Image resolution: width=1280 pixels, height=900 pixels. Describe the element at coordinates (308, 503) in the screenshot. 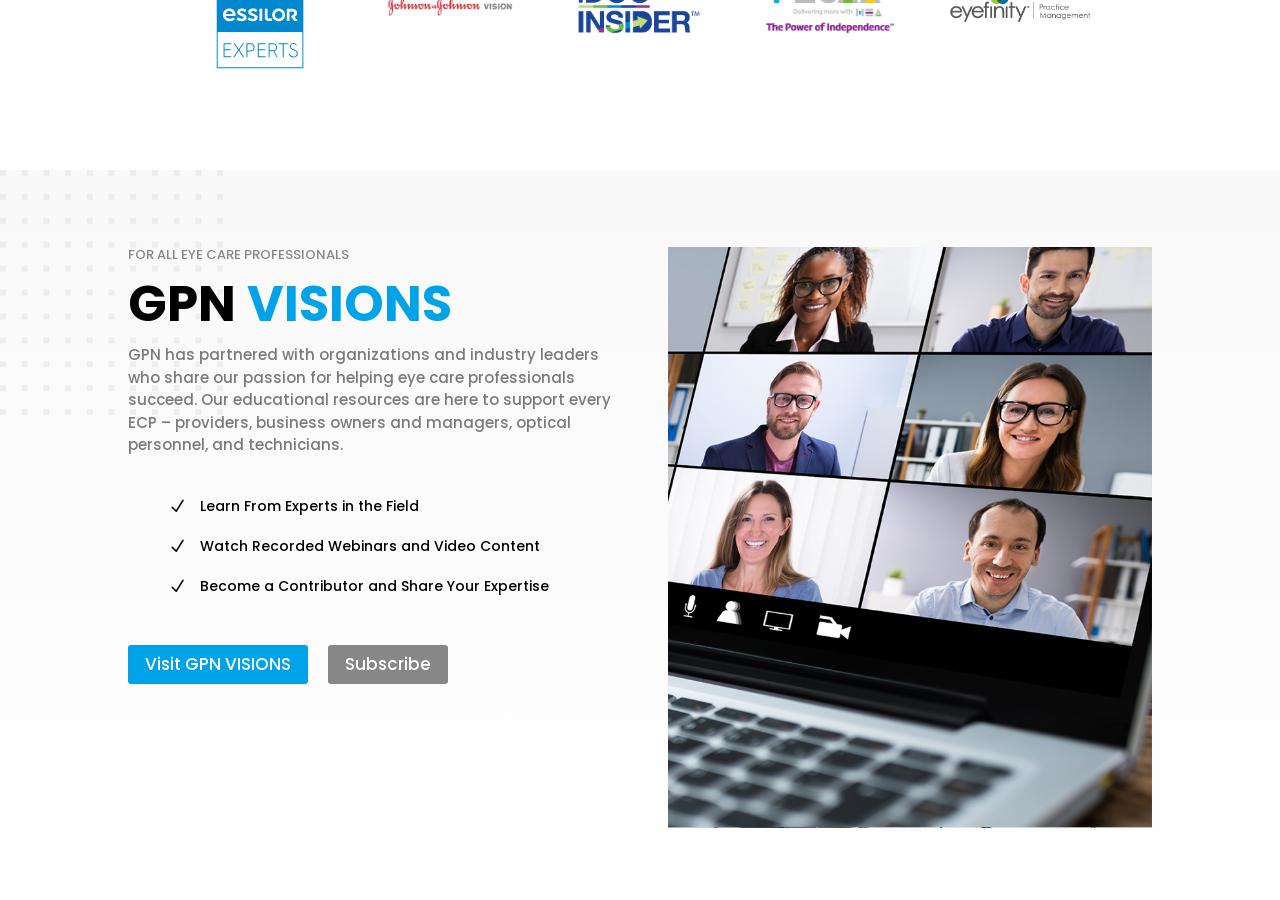

I see `'Learn From Experts in the Field'` at that location.